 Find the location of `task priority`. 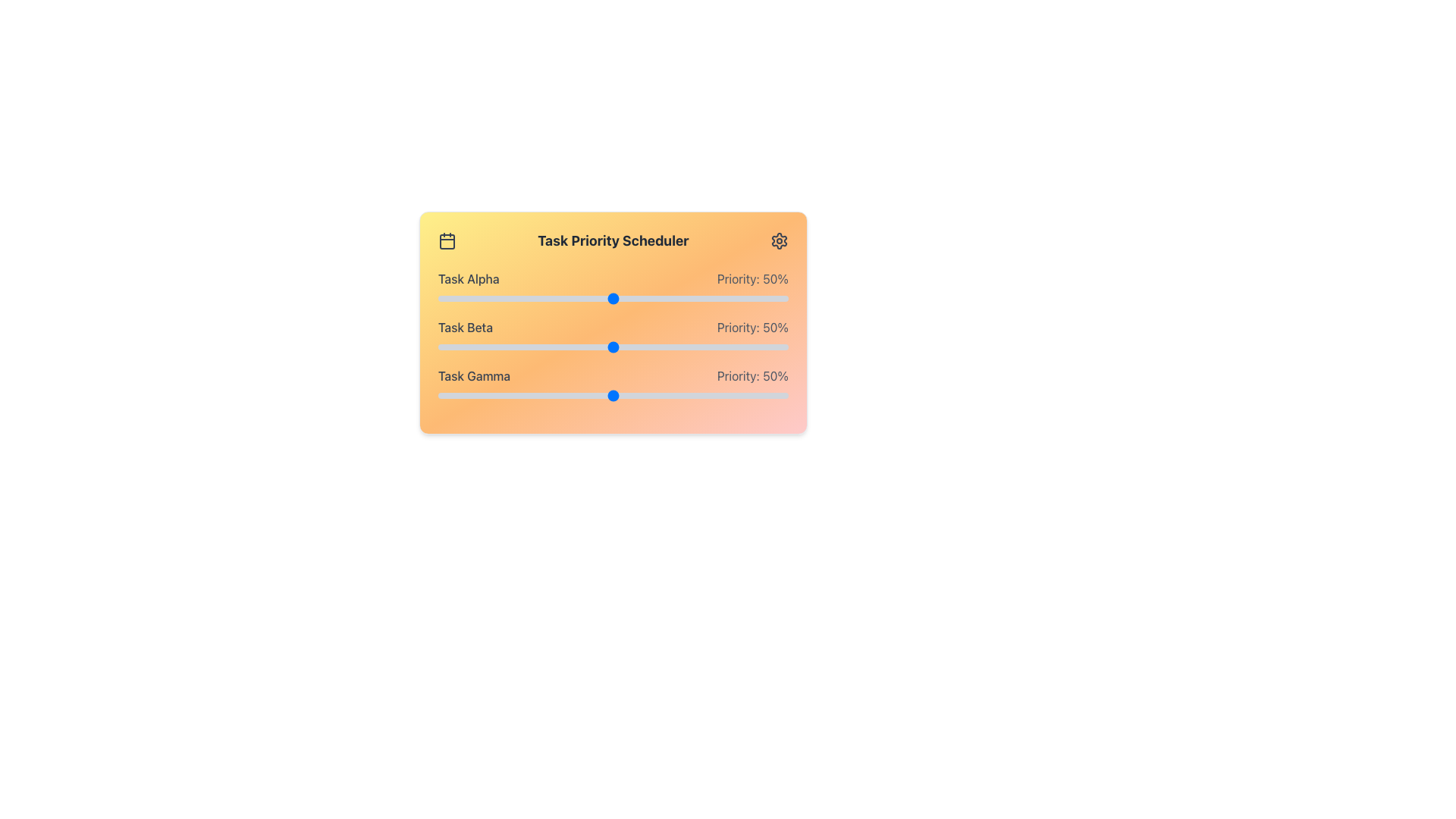

task priority is located at coordinates (757, 298).